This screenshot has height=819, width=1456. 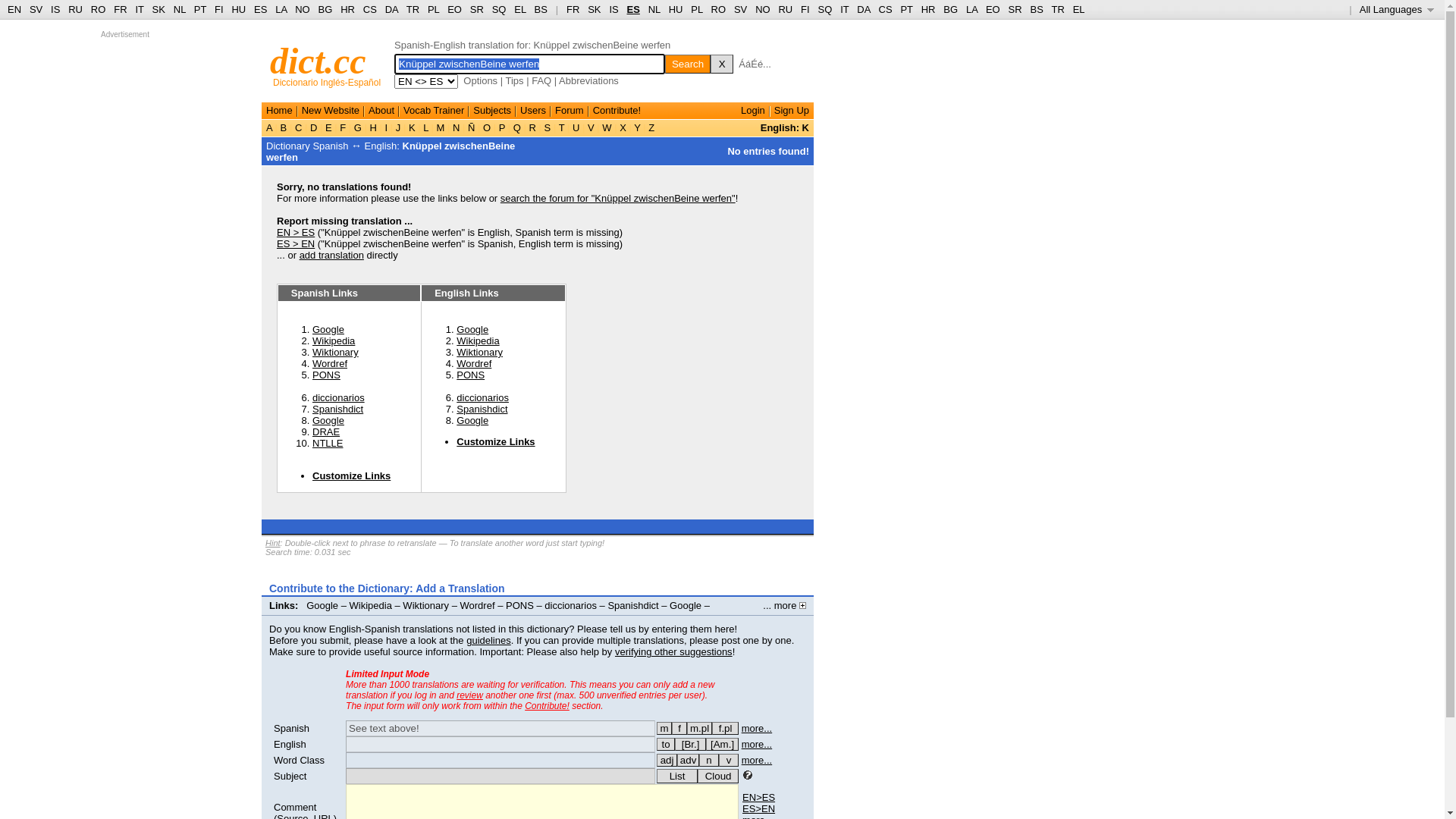 I want to click on 'BS', so click(x=1035, y=9).